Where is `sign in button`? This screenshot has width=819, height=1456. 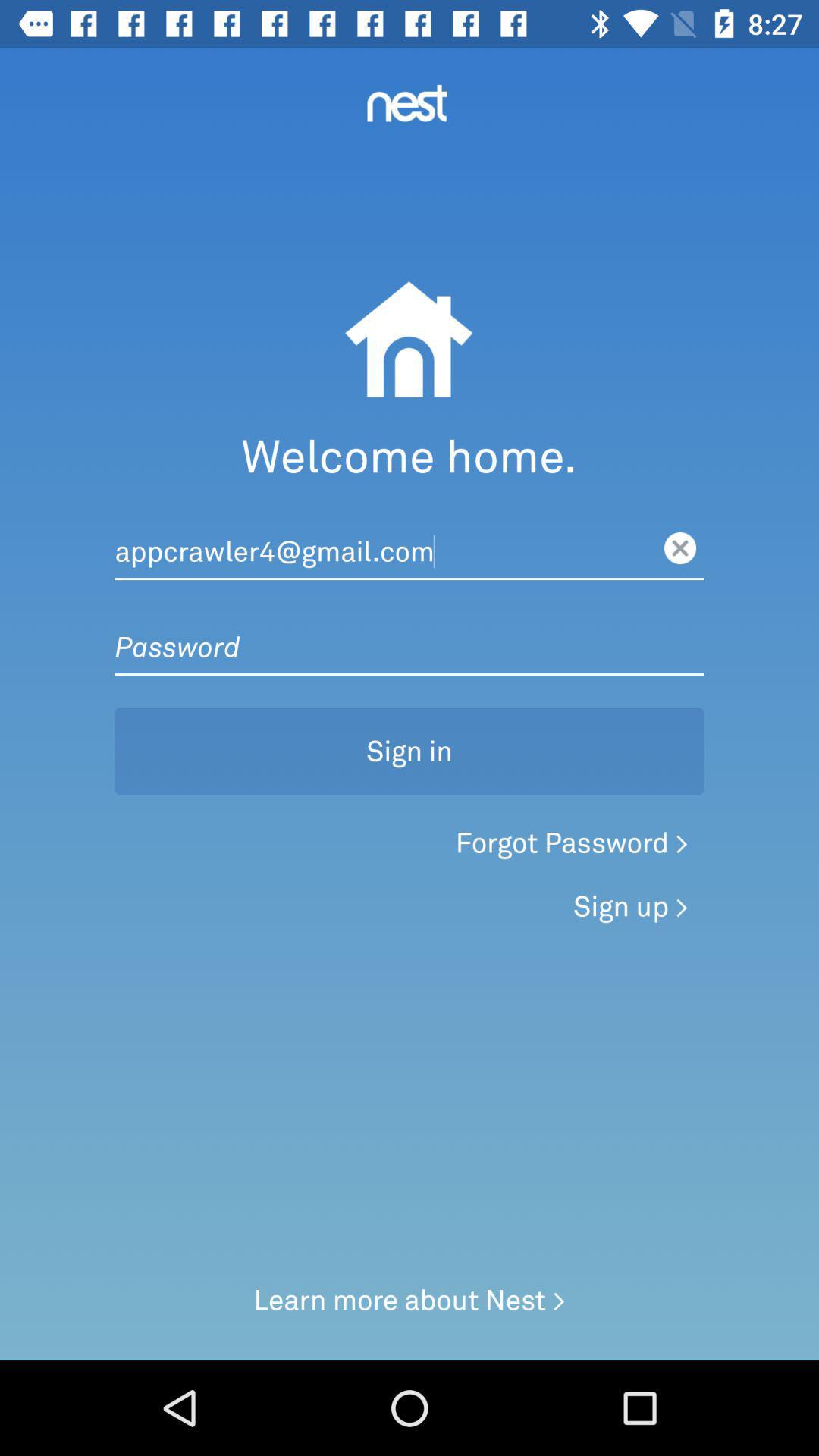 sign in button is located at coordinates (409, 751).